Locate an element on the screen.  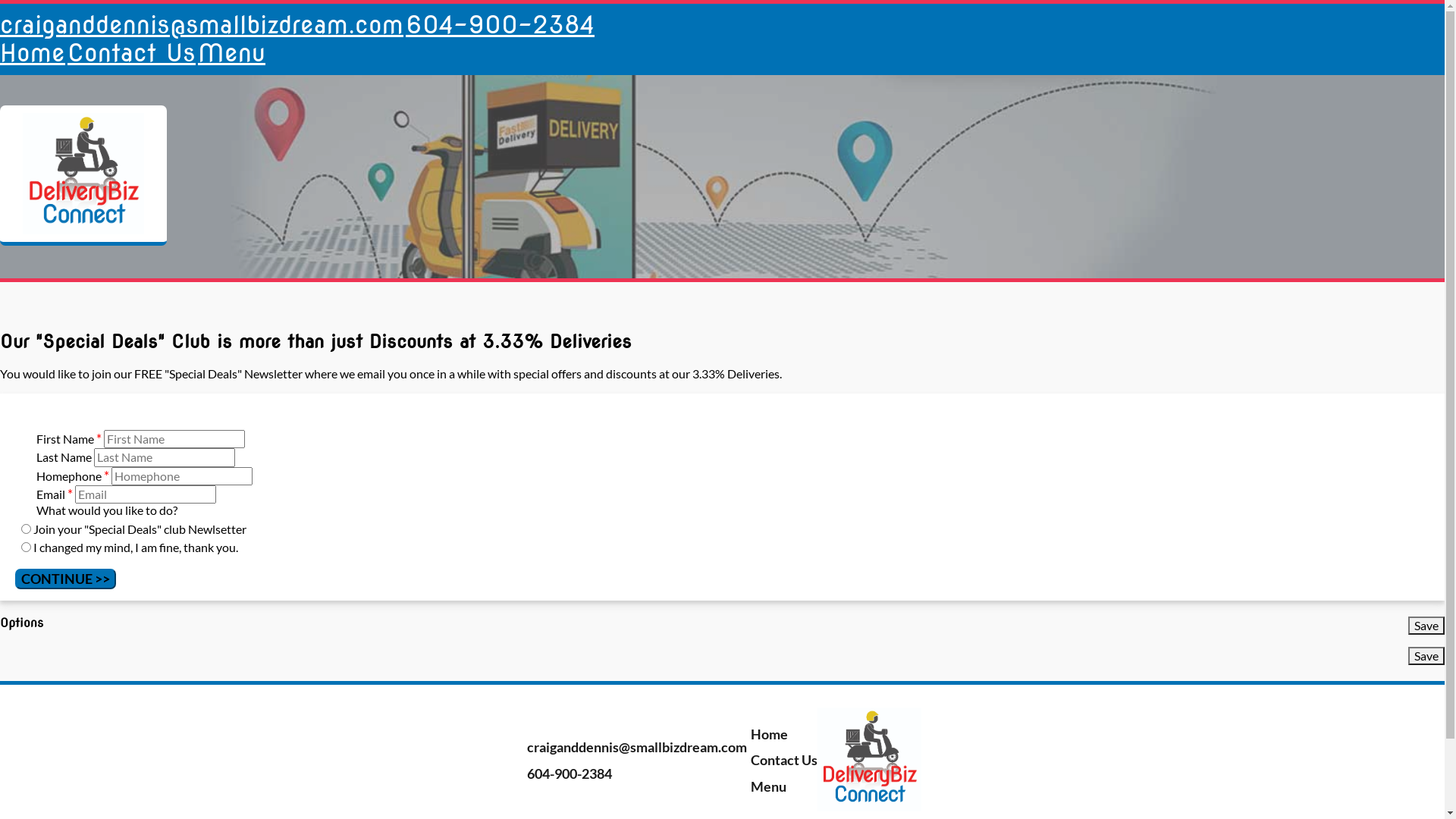
'Contact Us' is located at coordinates (131, 52).